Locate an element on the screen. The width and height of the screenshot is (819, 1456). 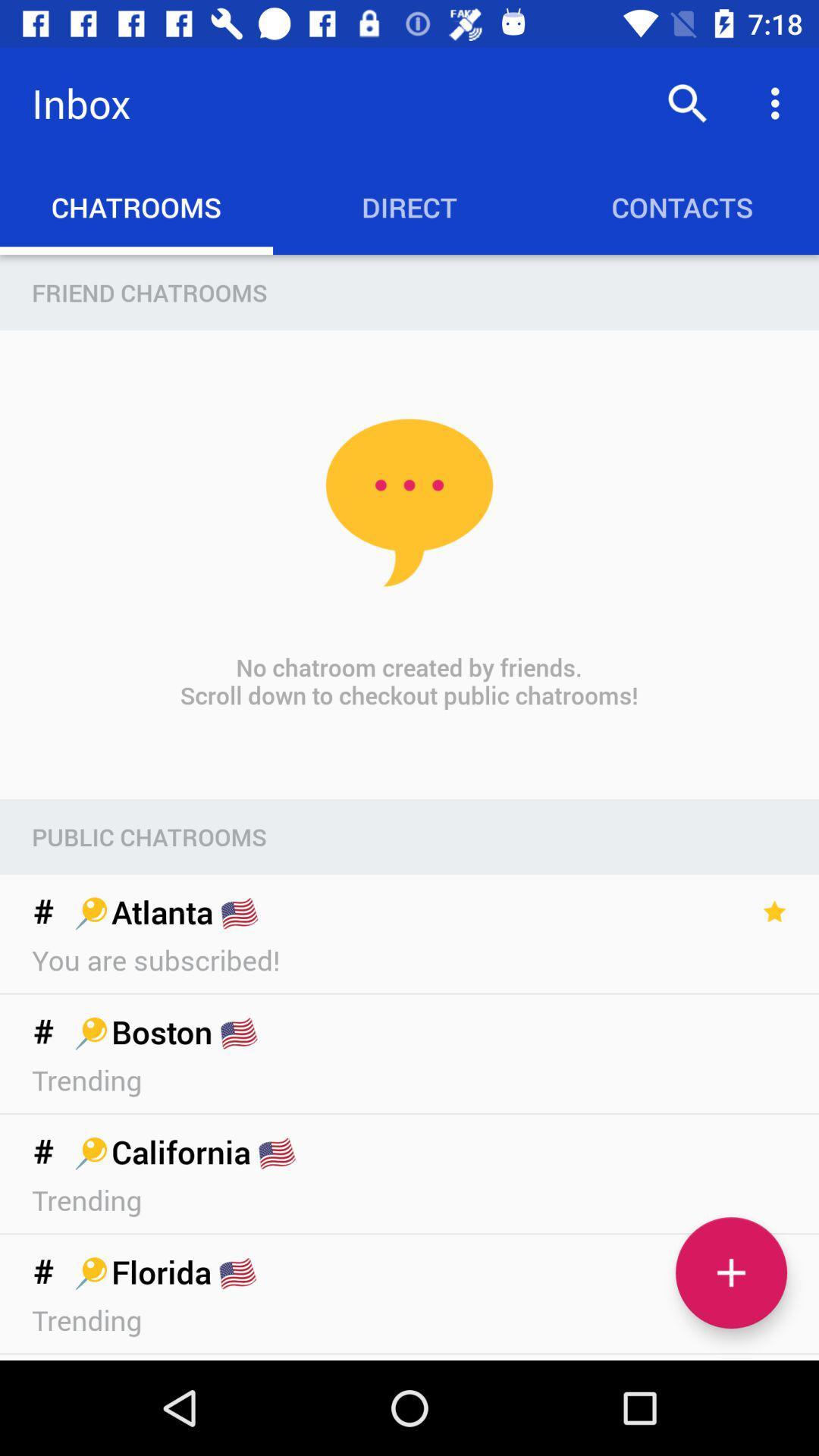
show more chatrooms is located at coordinates (730, 1272).